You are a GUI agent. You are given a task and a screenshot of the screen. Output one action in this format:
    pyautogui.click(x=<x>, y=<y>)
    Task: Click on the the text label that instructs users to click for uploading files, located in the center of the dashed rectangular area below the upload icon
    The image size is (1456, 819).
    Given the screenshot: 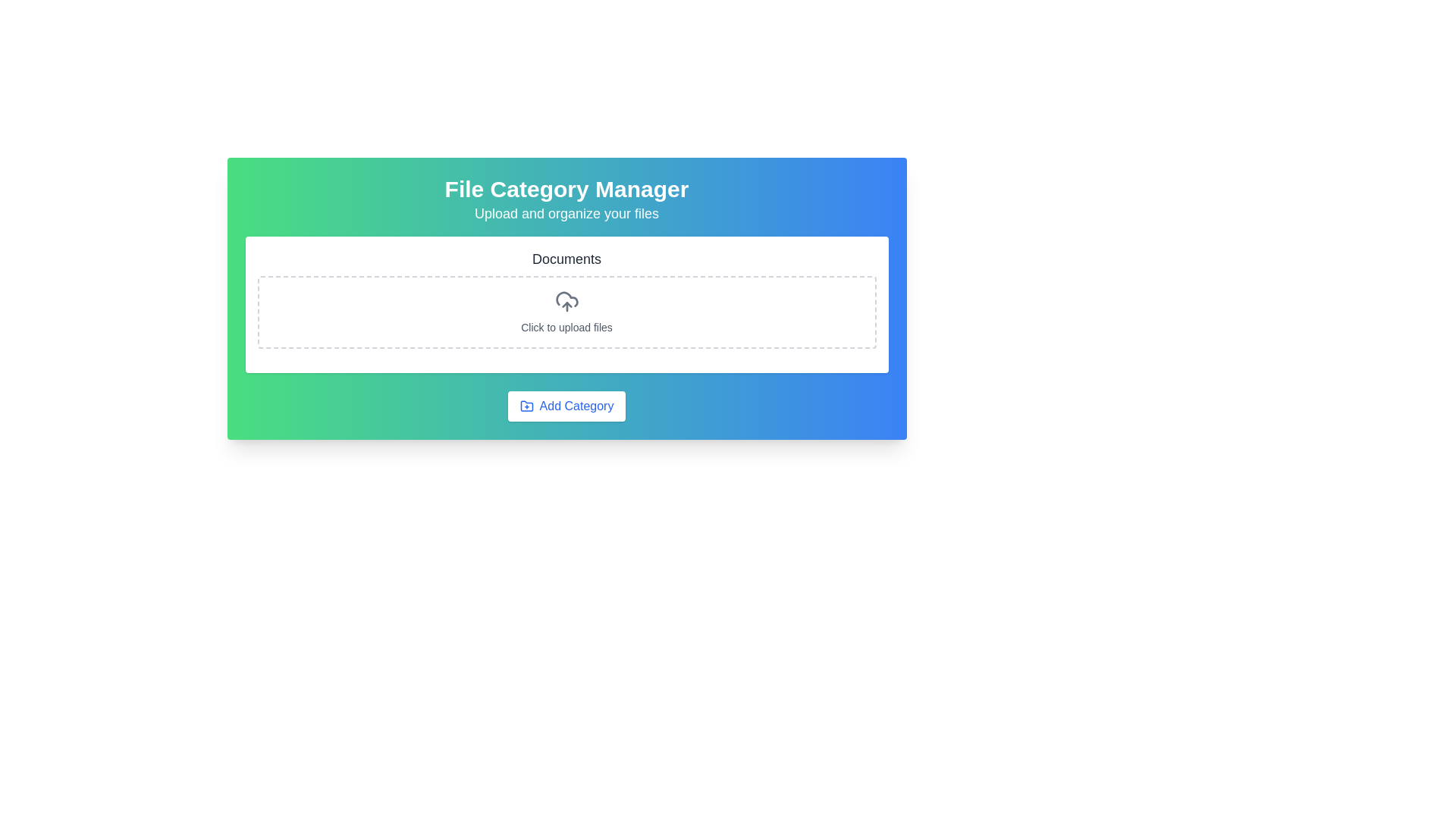 What is the action you would take?
    pyautogui.click(x=566, y=327)
    